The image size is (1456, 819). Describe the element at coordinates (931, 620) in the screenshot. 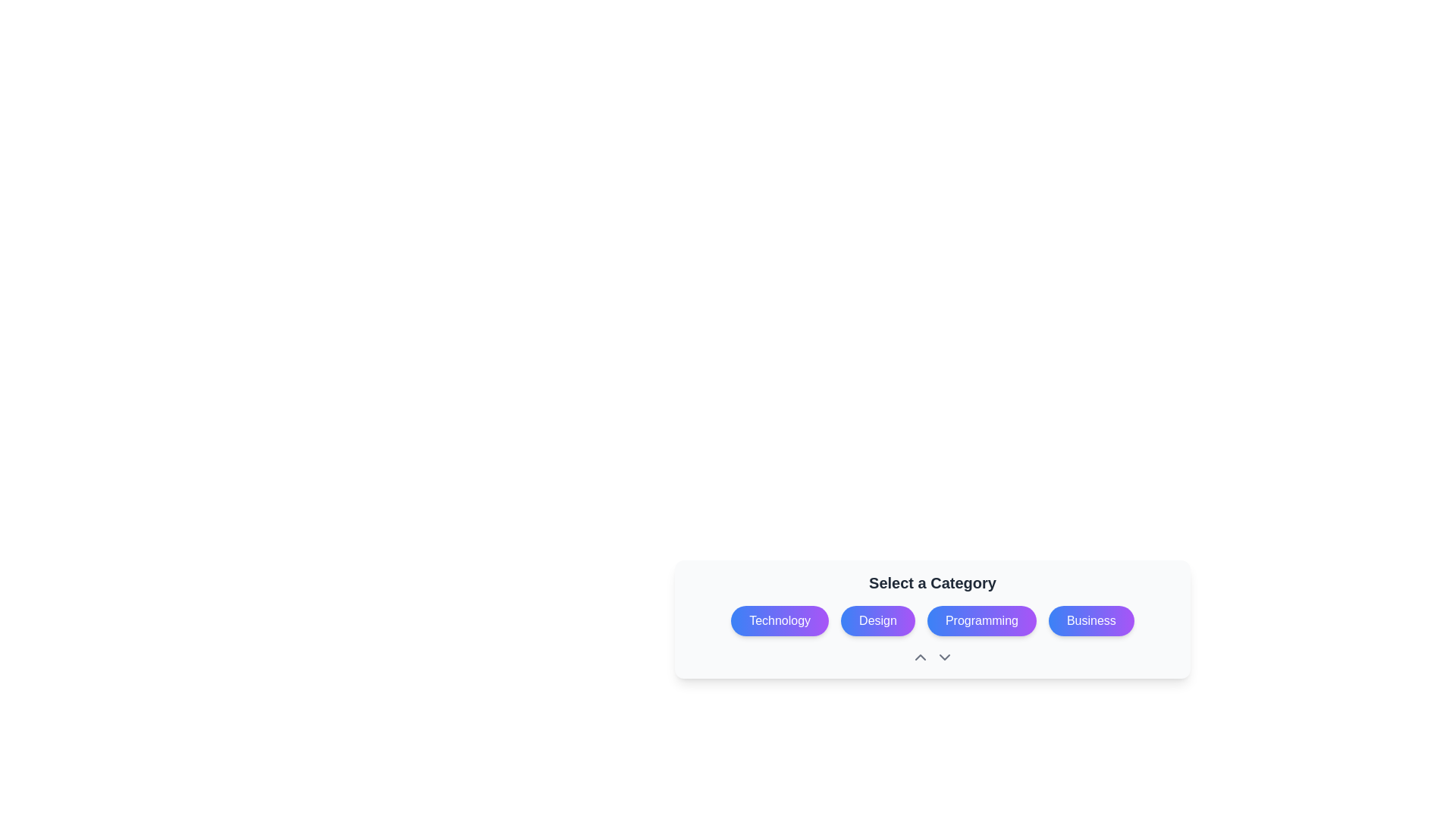

I see `the rounded rectangular button labeled 'Programming'` at that location.